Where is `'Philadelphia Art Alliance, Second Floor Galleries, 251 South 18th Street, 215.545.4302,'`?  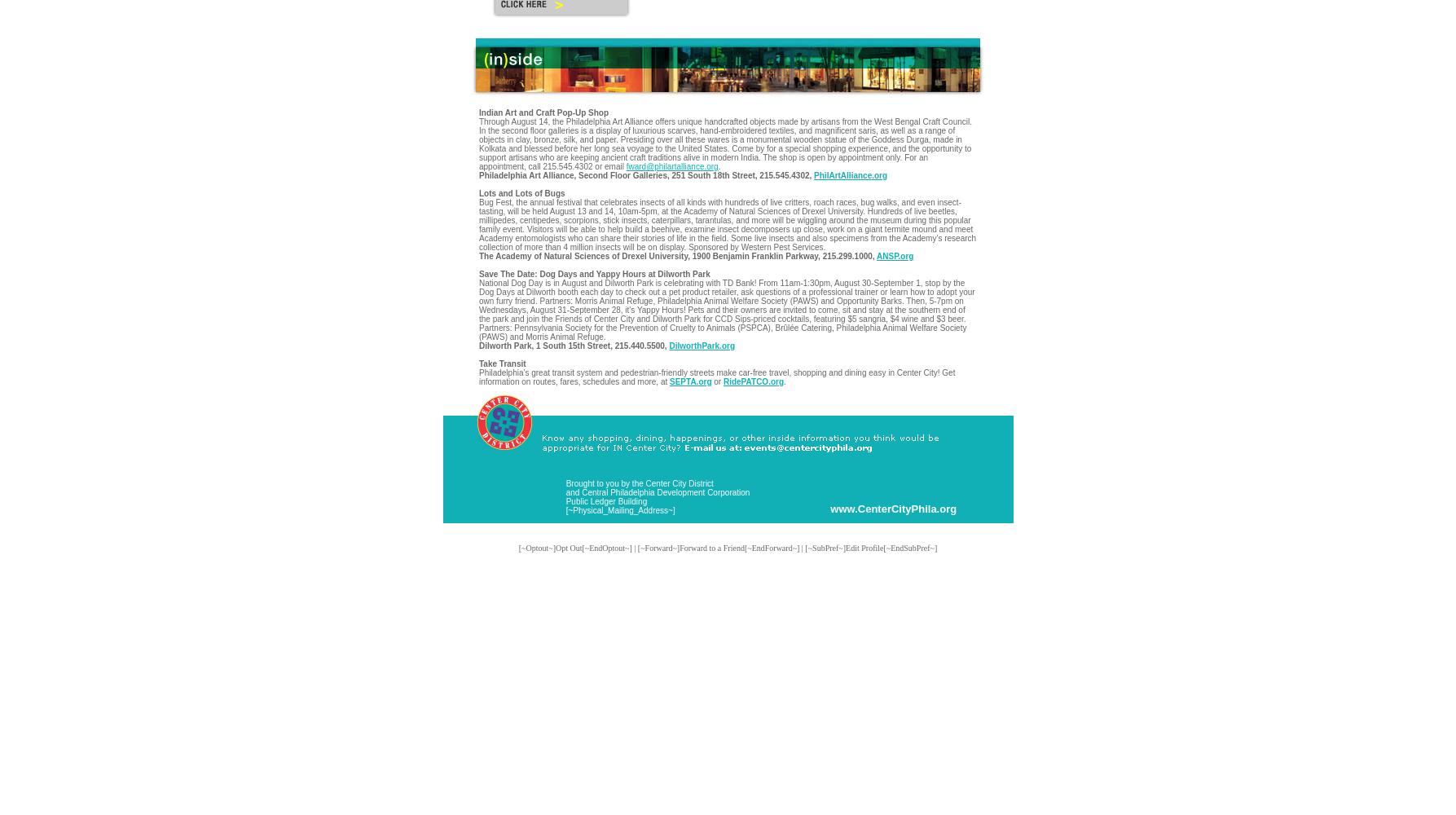
'Philadelphia Art Alliance, Second Floor Galleries, 251 South 18th Street, 215.545.4302,' is located at coordinates (477, 174).